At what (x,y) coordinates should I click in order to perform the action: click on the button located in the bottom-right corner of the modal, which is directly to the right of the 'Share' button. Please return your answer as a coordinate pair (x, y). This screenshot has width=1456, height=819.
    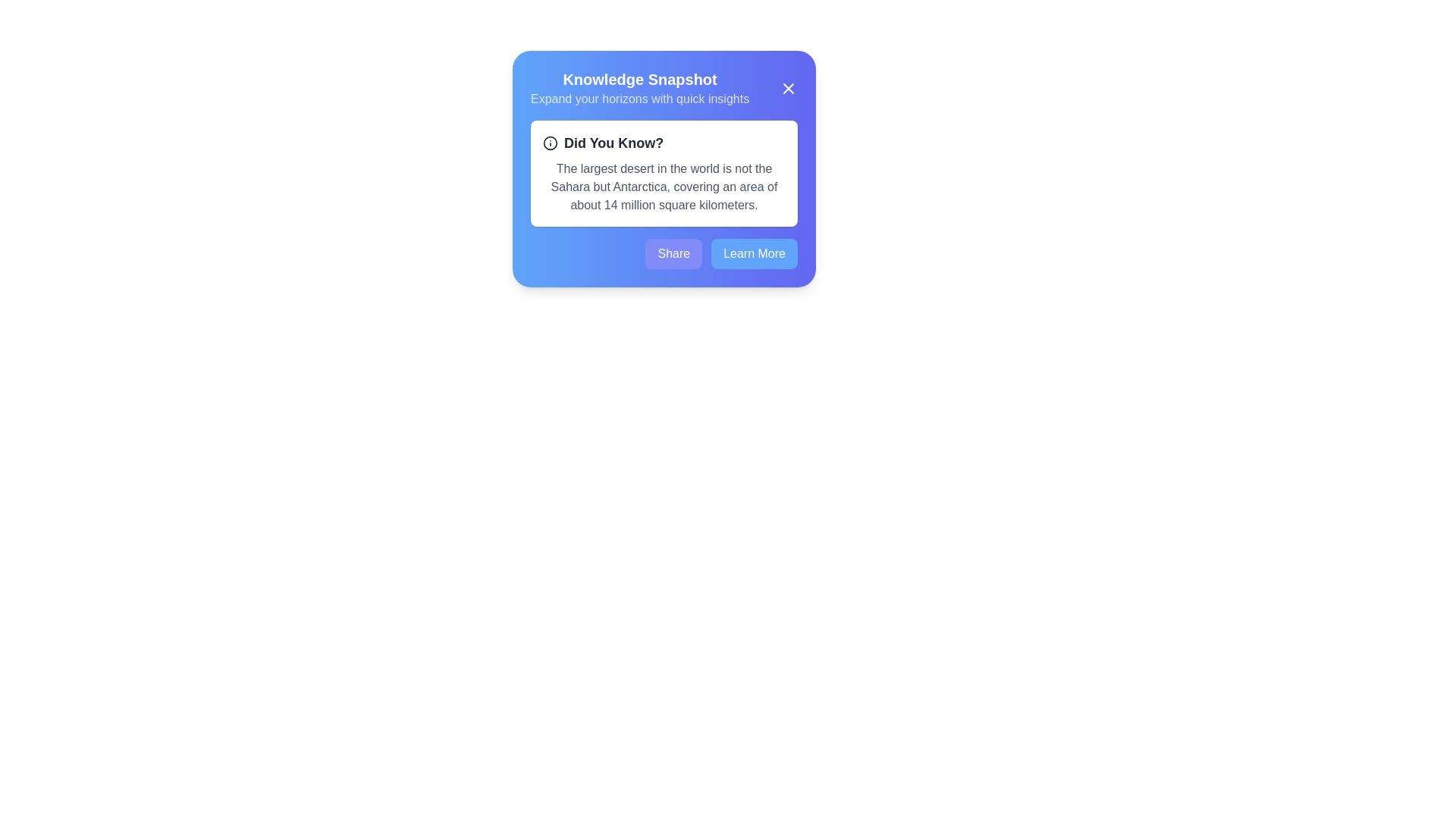
    Looking at the image, I should click on (755, 253).